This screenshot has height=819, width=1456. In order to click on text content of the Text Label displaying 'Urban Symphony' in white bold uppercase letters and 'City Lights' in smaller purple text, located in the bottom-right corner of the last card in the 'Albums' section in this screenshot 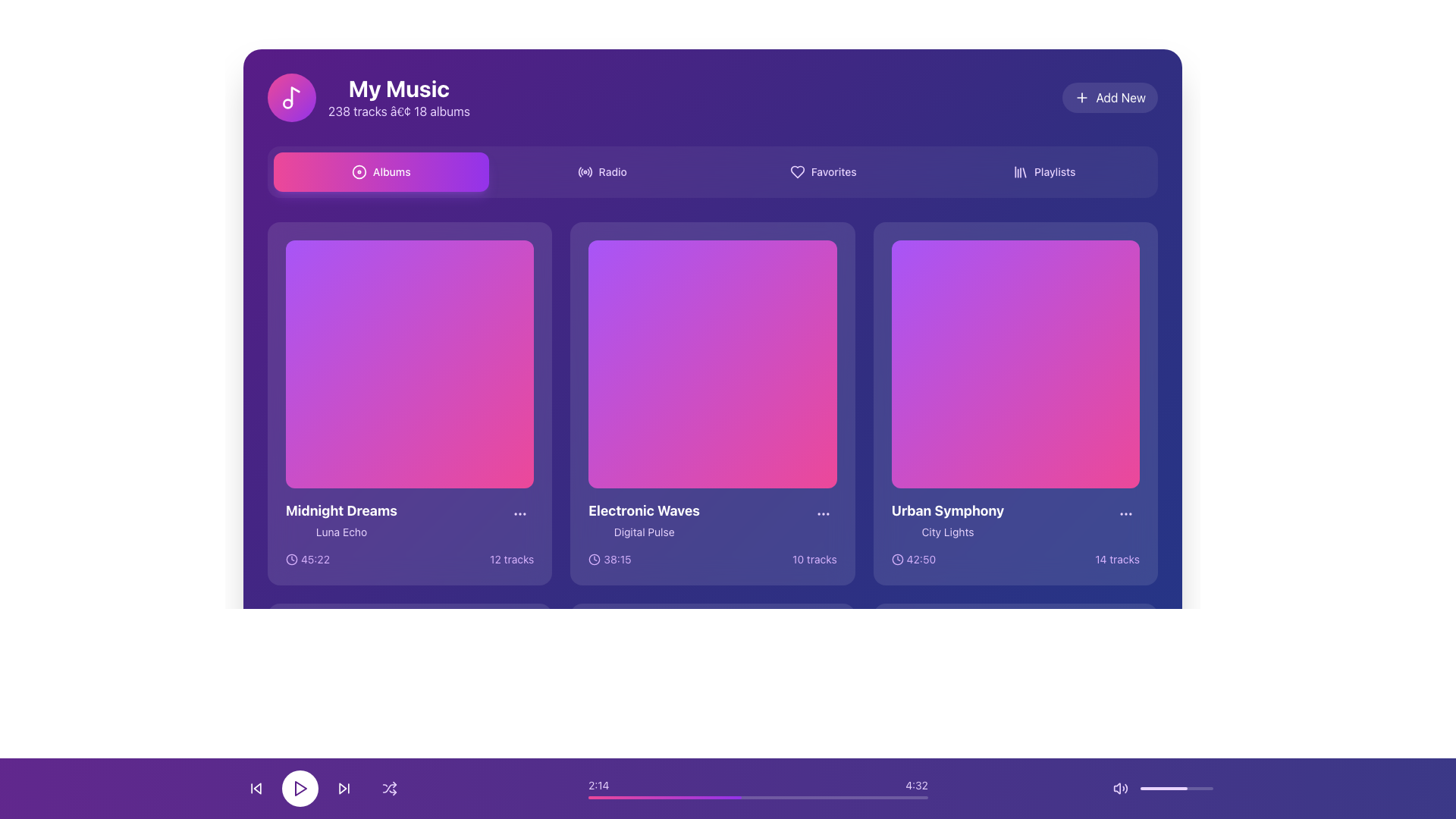, I will do `click(946, 519)`.